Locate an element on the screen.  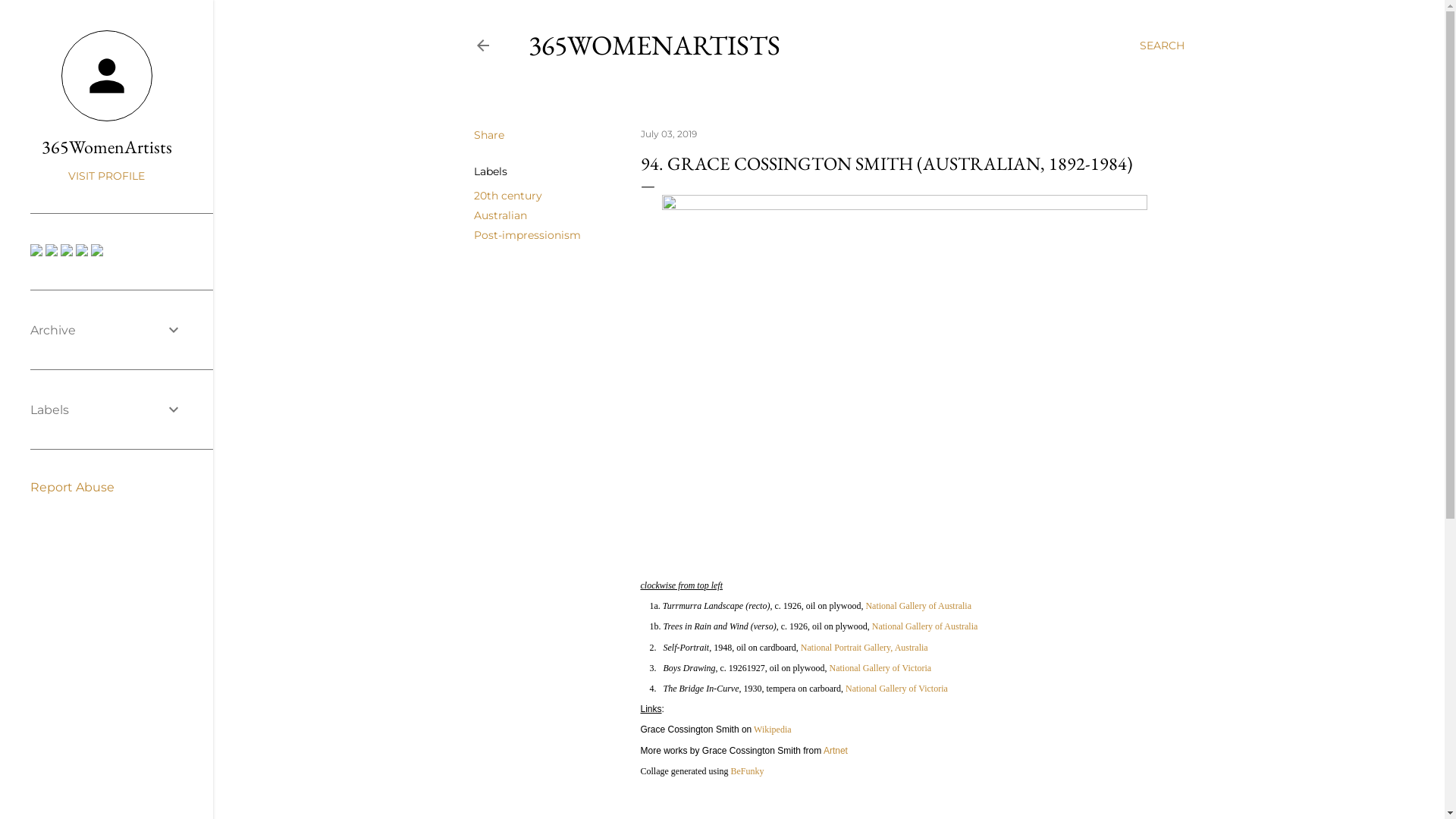
'SEARCH' is located at coordinates (1160, 45).